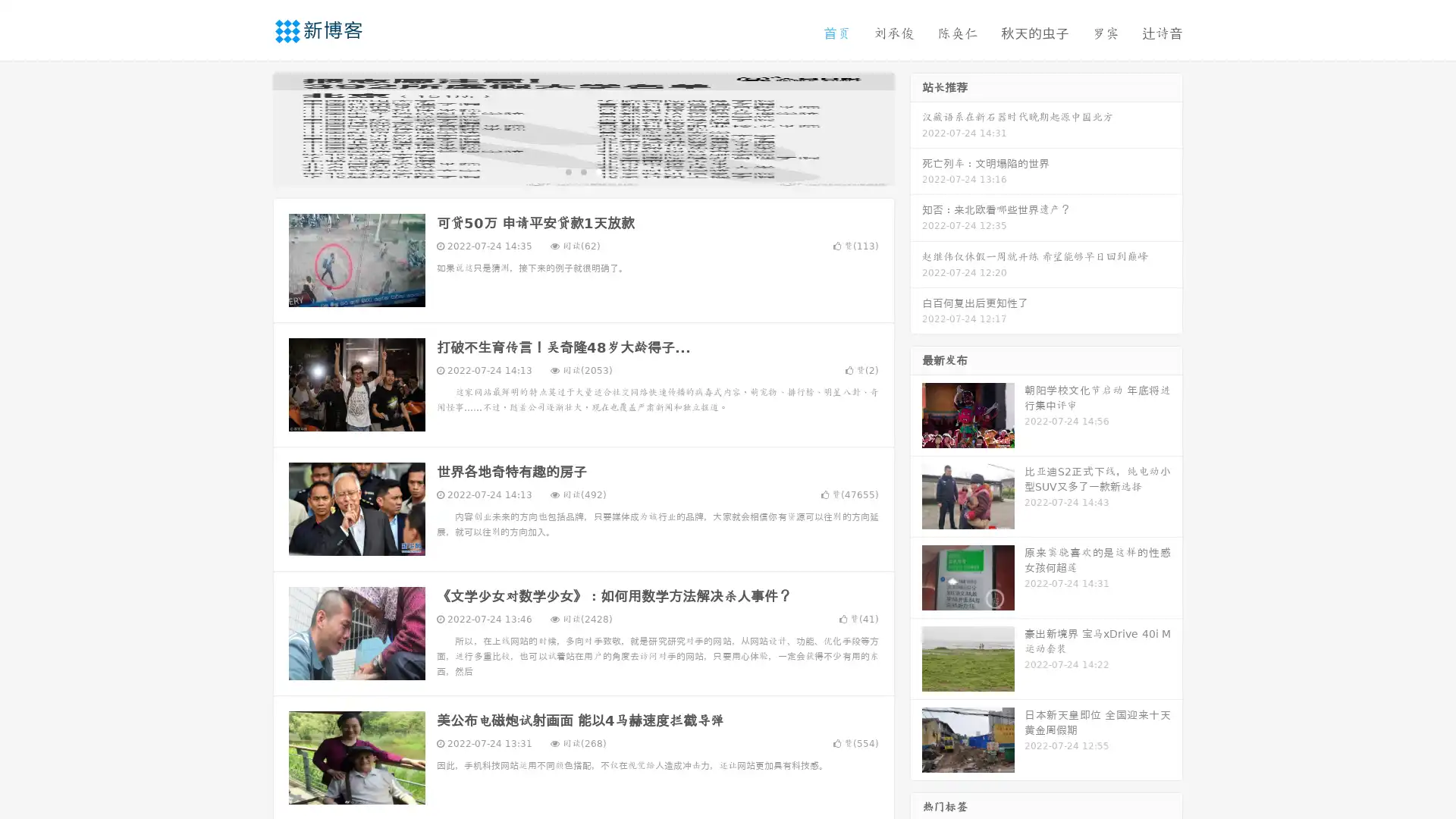 This screenshot has height=819, width=1456. What do you see at coordinates (582, 171) in the screenshot?
I see `Go to slide 2` at bounding box center [582, 171].